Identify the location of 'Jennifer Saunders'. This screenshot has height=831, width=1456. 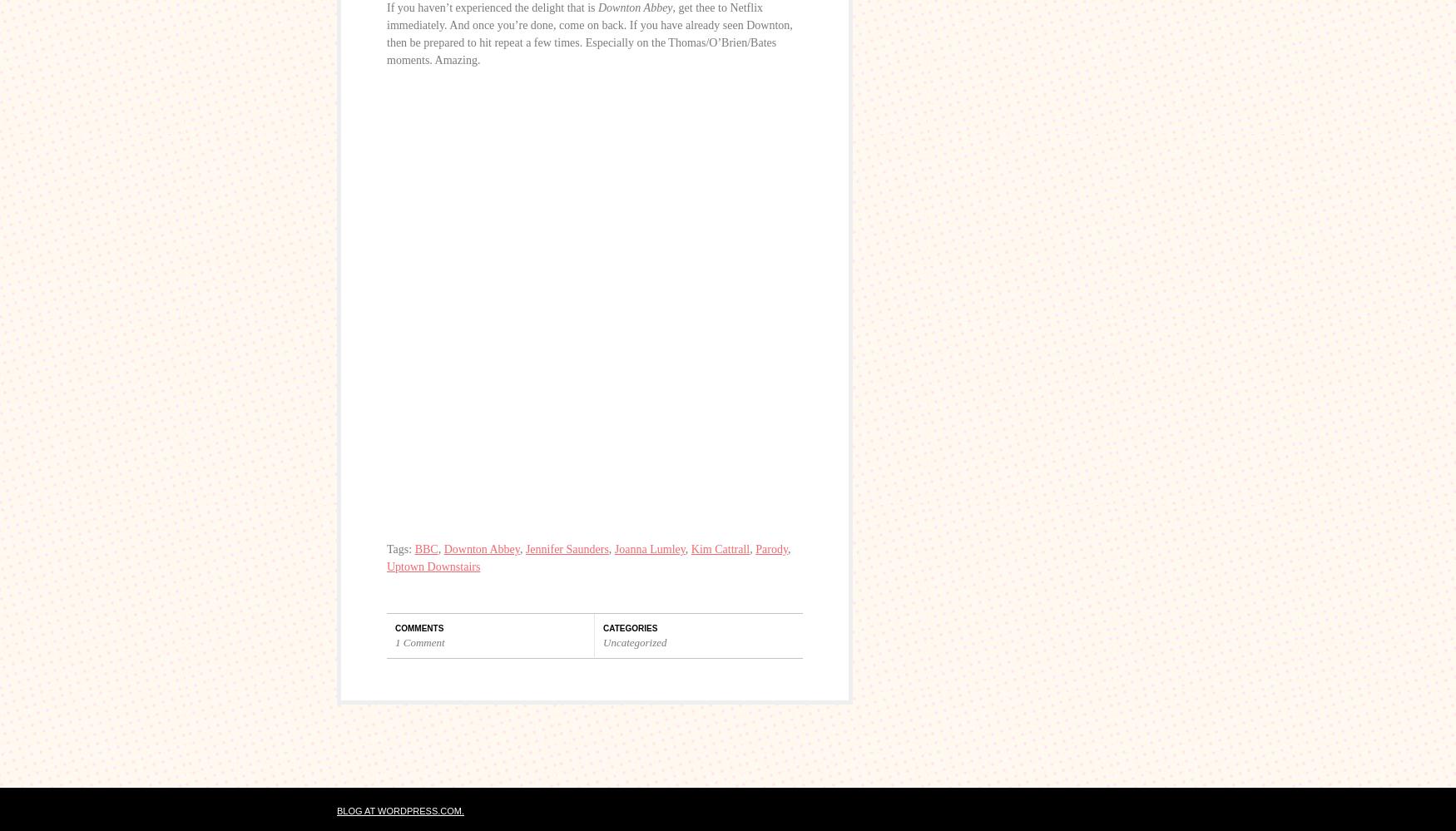
(565, 548).